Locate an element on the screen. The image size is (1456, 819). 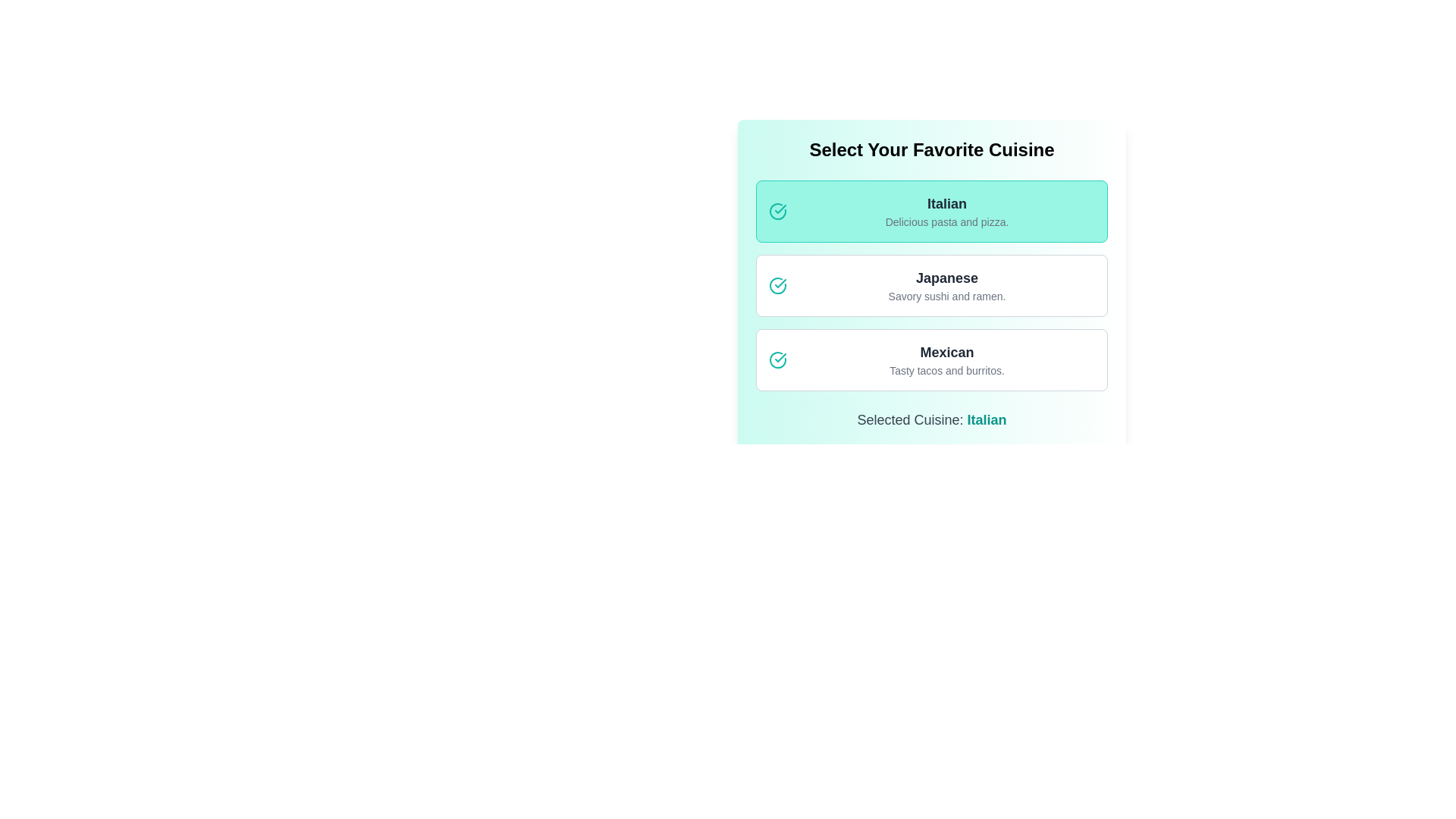
the selection status of the 'Italian' option icon, which is positioned in the top section of the cuisine choices list is located at coordinates (778, 211).